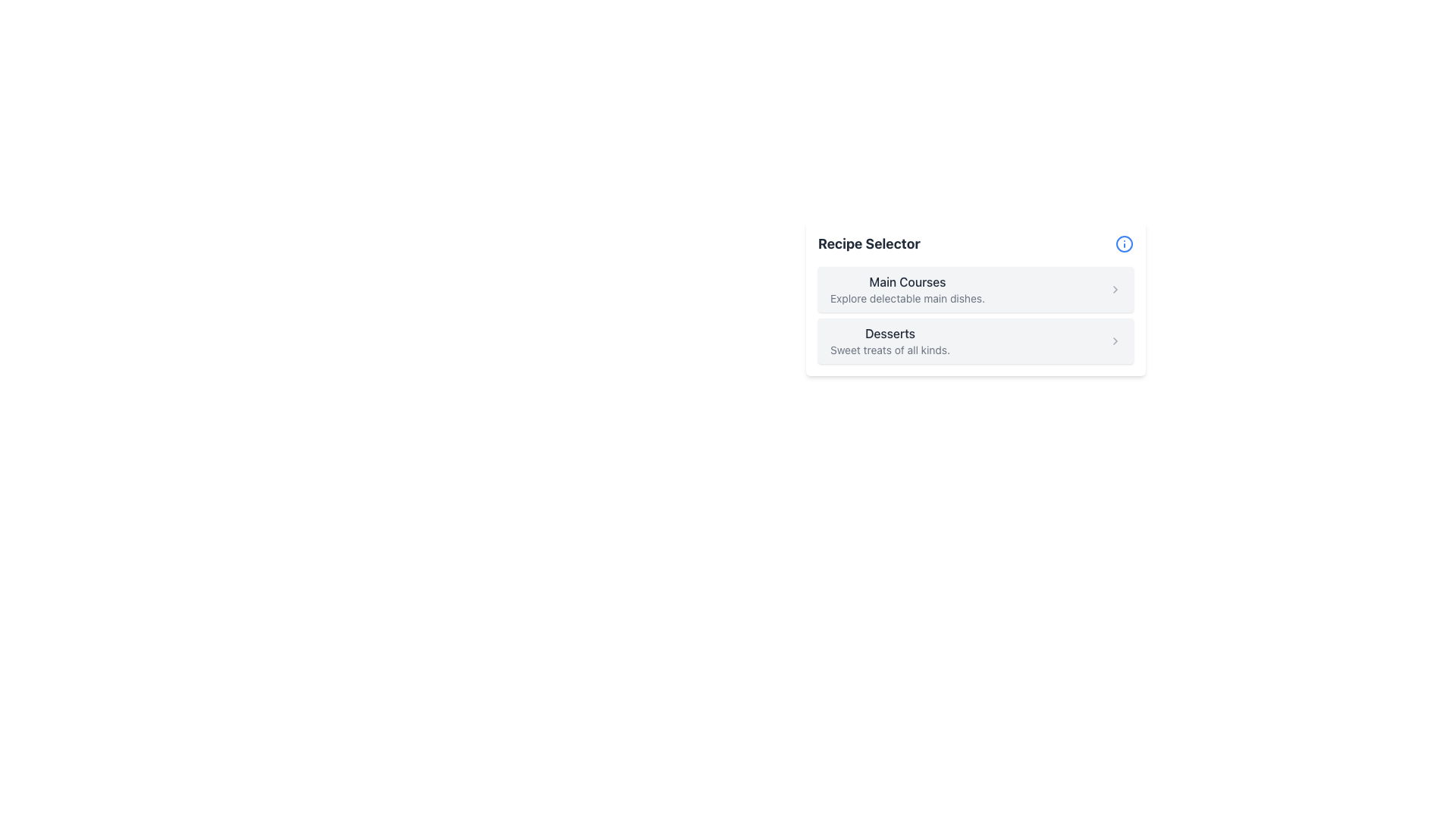  What do you see at coordinates (890, 341) in the screenshot?
I see `the 'Desserts' menu list item, which is the second option in a vertical list` at bounding box center [890, 341].